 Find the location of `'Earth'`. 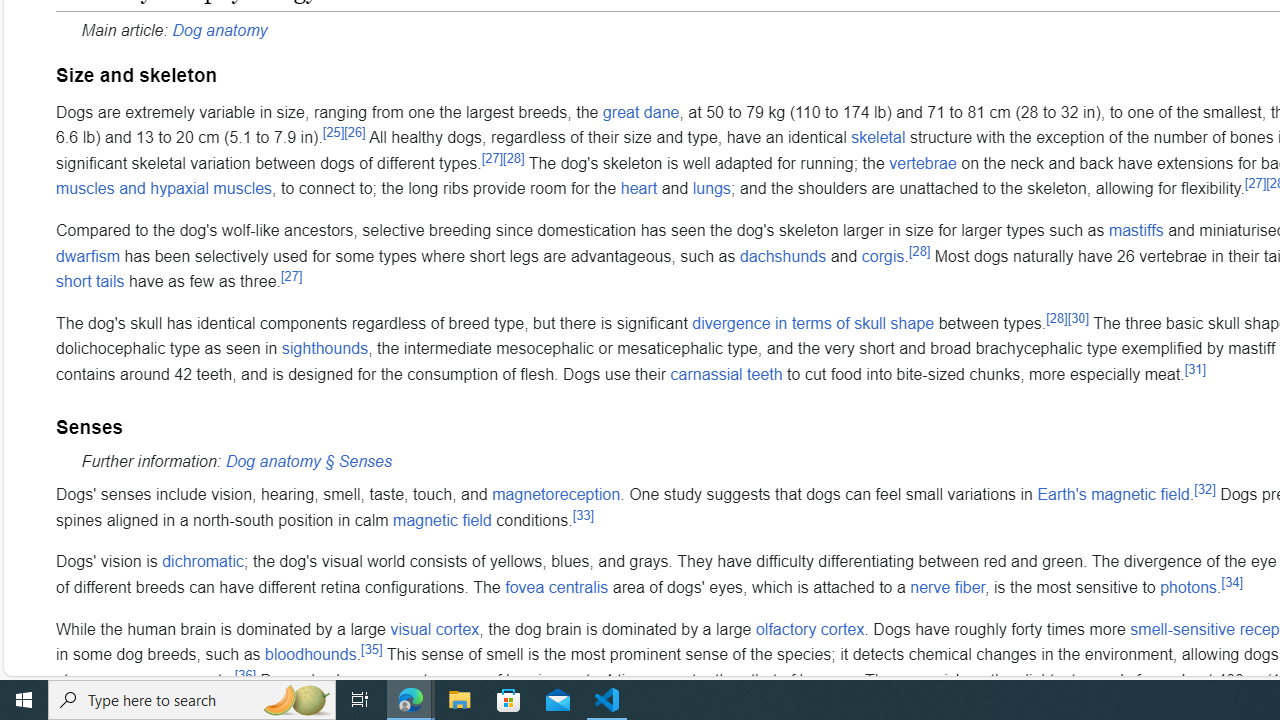

'Earth' is located at coordinates (1112, 495).